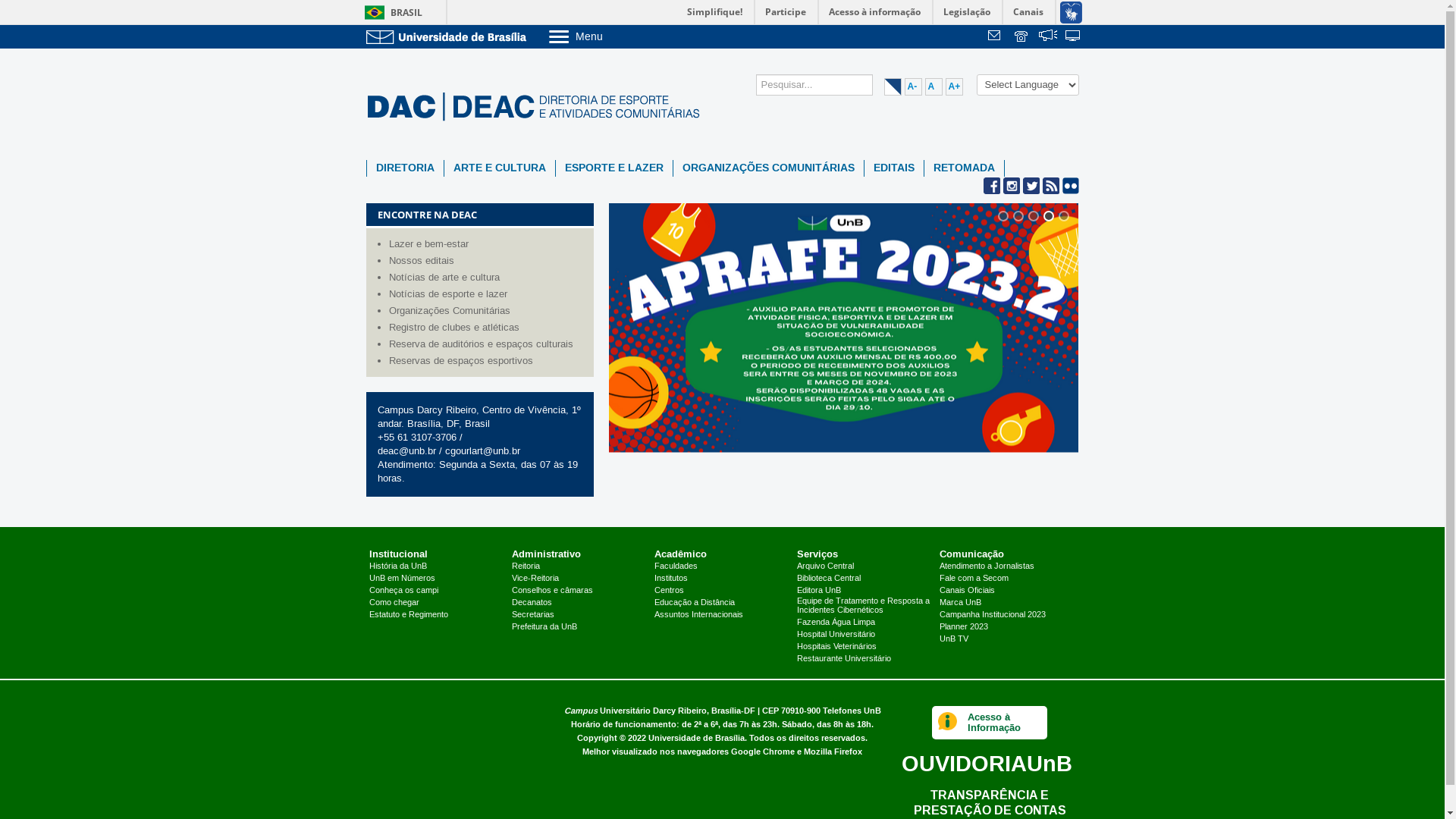  I want to click on 'Atendimento a Jornalistas', so click(987, 566).